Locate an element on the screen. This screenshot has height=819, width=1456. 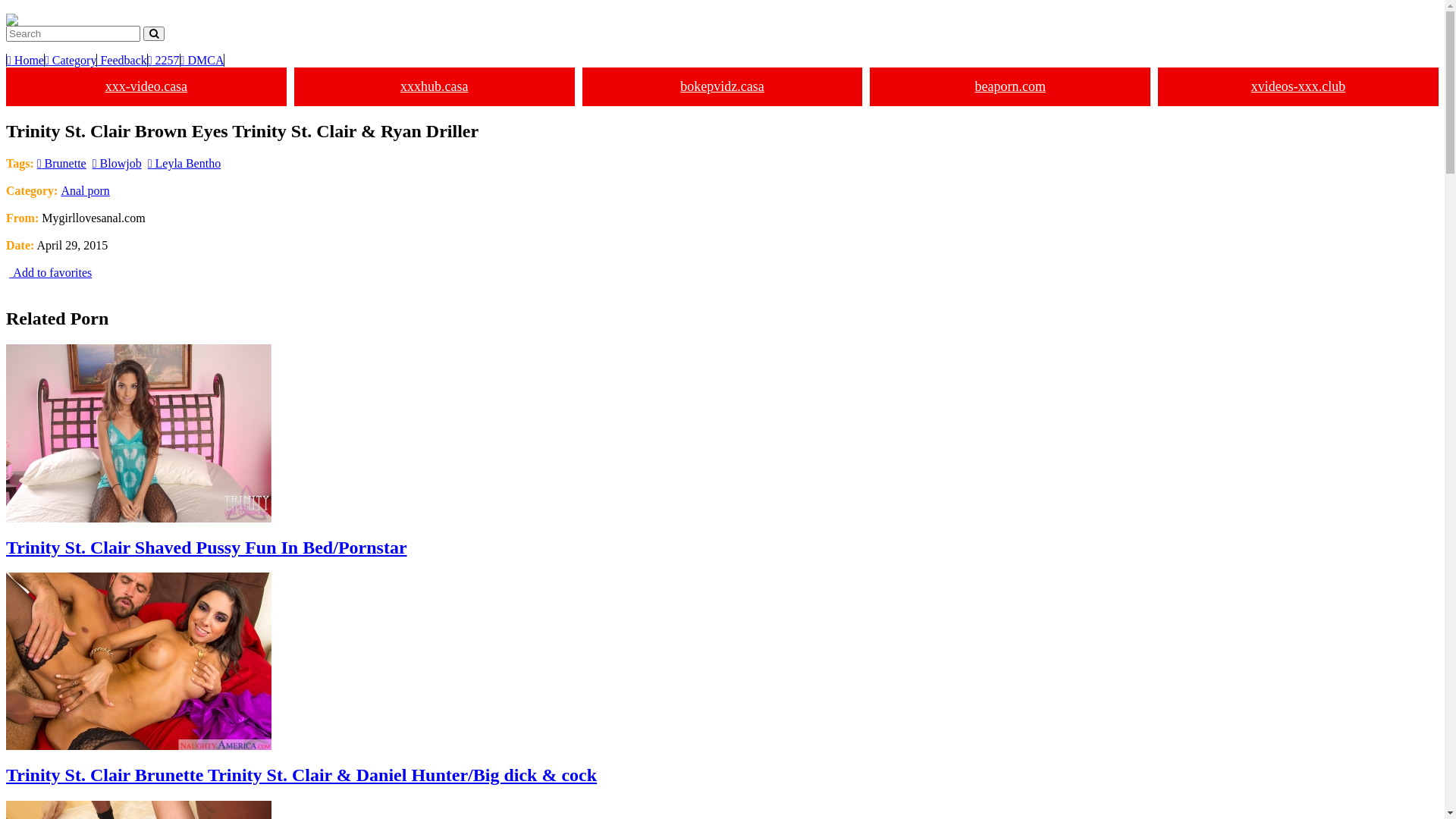
'Blowjob' is located at coordinates (116, 163).